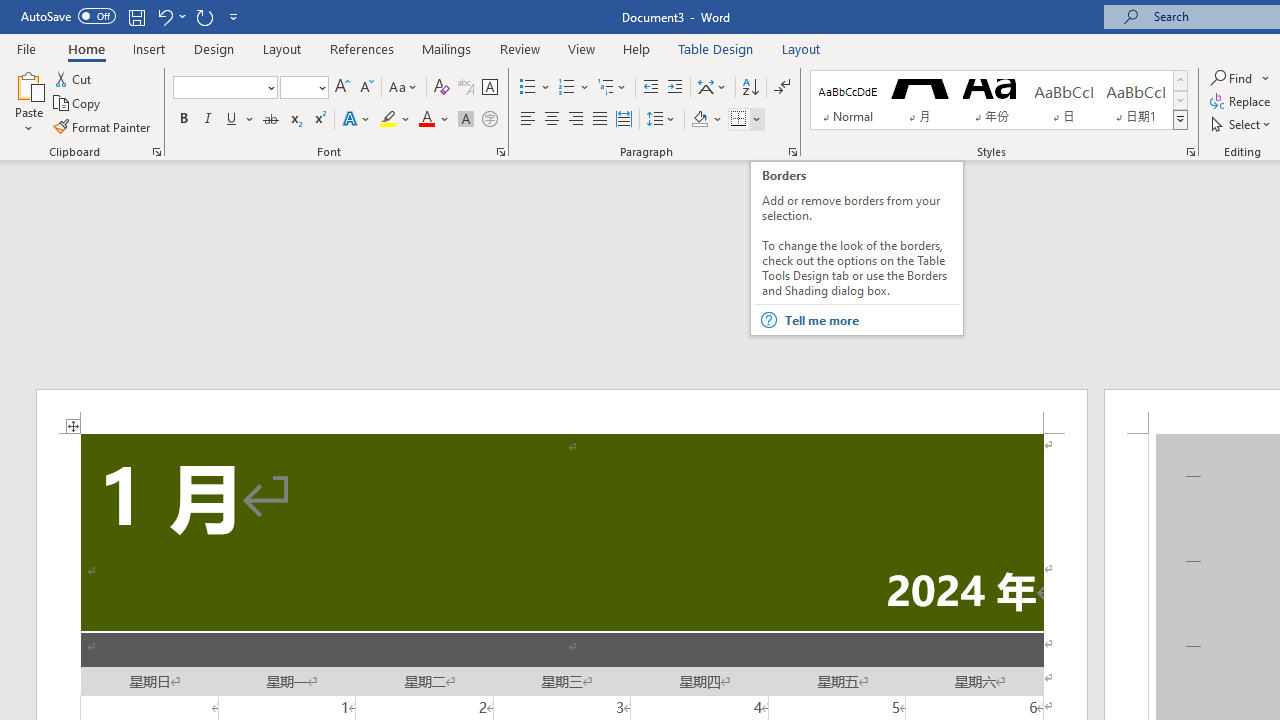  What do you see at coordinates (102, 127) in the screenshot?
I see `'Format Painter'` at bounding box center [102, 127].